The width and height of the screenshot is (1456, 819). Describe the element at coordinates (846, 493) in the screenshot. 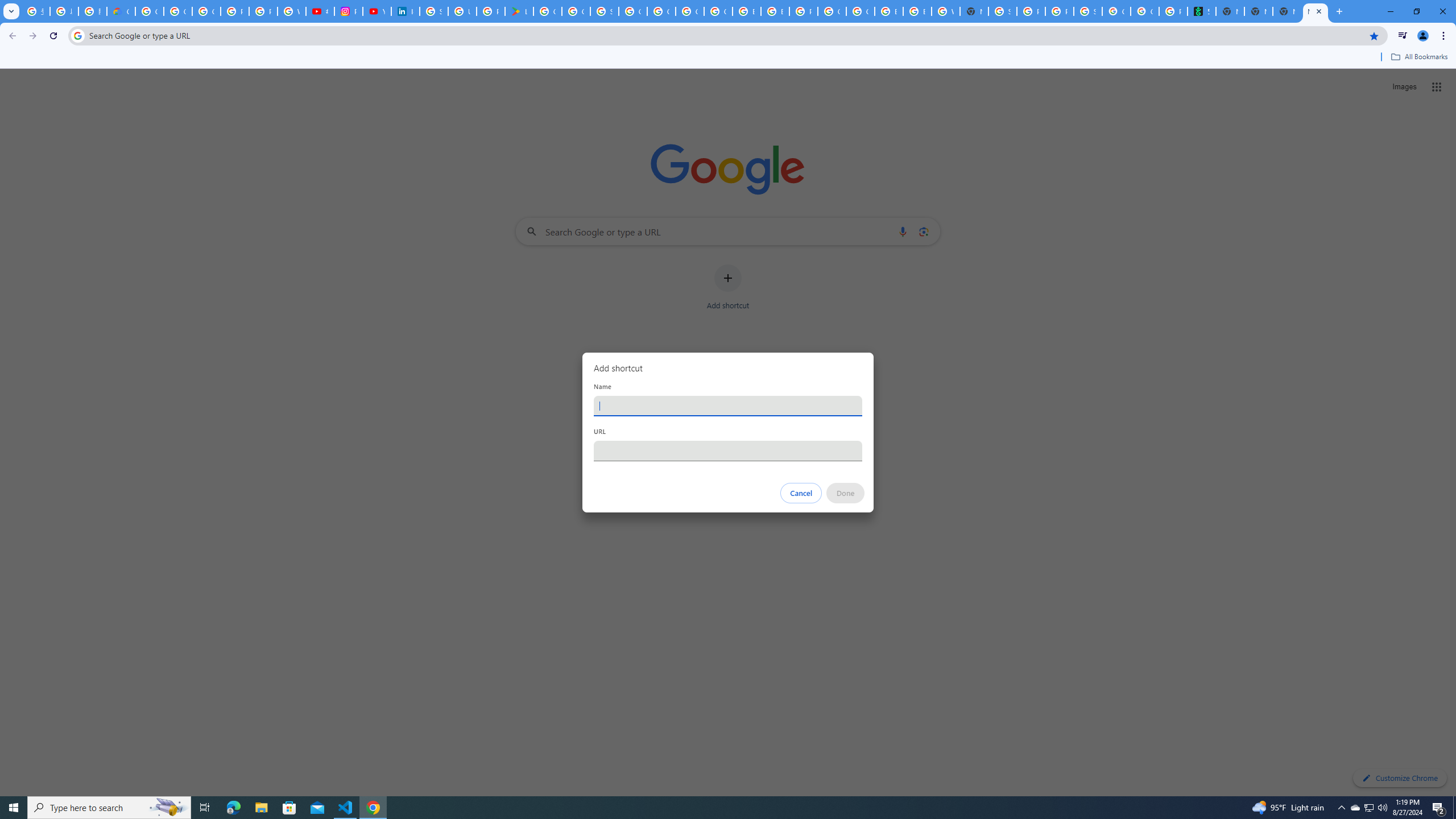

I see `'Done'` at that location.